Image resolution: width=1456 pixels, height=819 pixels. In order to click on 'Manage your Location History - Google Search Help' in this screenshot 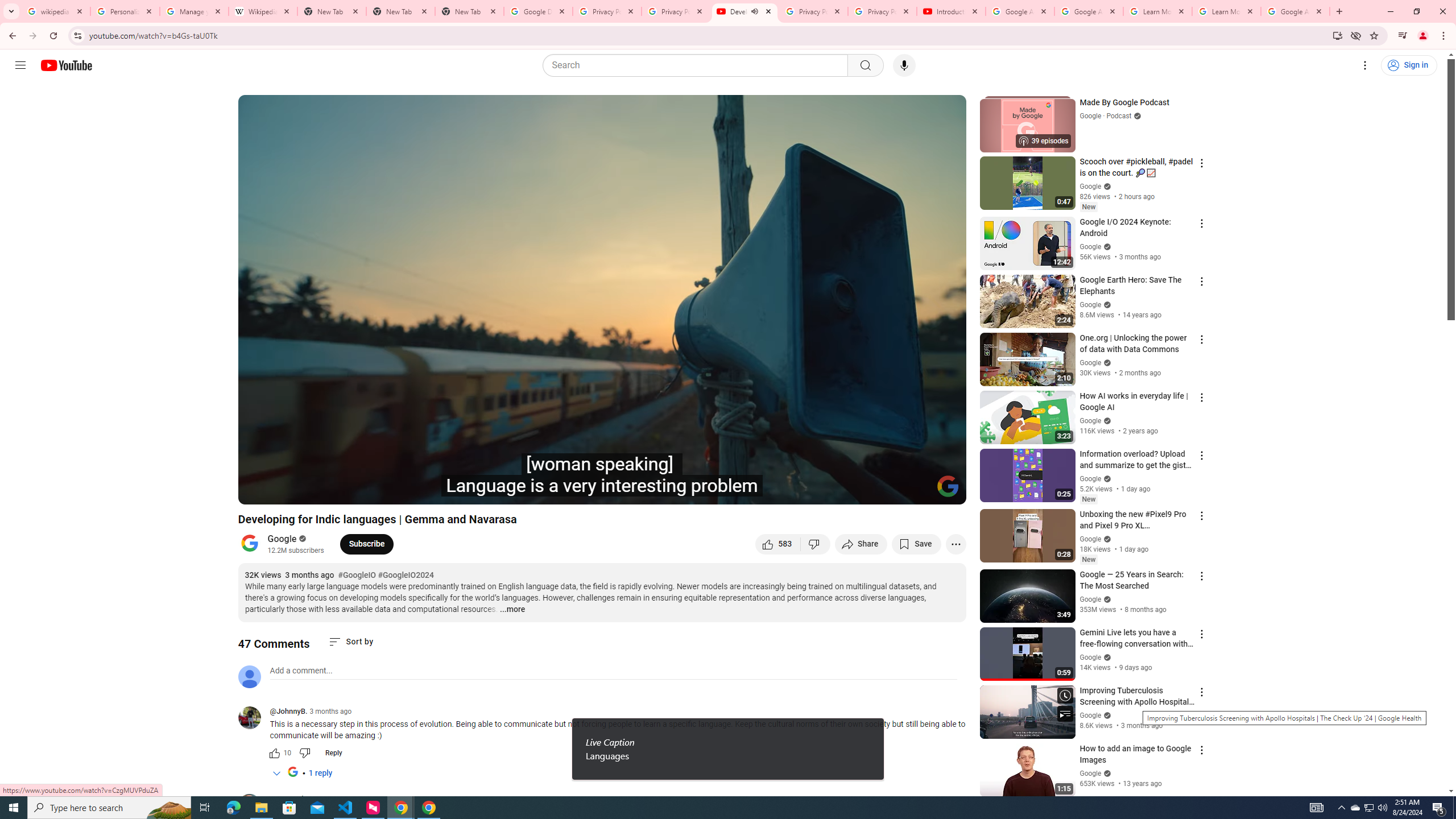, I will do `click(194, 11)`.